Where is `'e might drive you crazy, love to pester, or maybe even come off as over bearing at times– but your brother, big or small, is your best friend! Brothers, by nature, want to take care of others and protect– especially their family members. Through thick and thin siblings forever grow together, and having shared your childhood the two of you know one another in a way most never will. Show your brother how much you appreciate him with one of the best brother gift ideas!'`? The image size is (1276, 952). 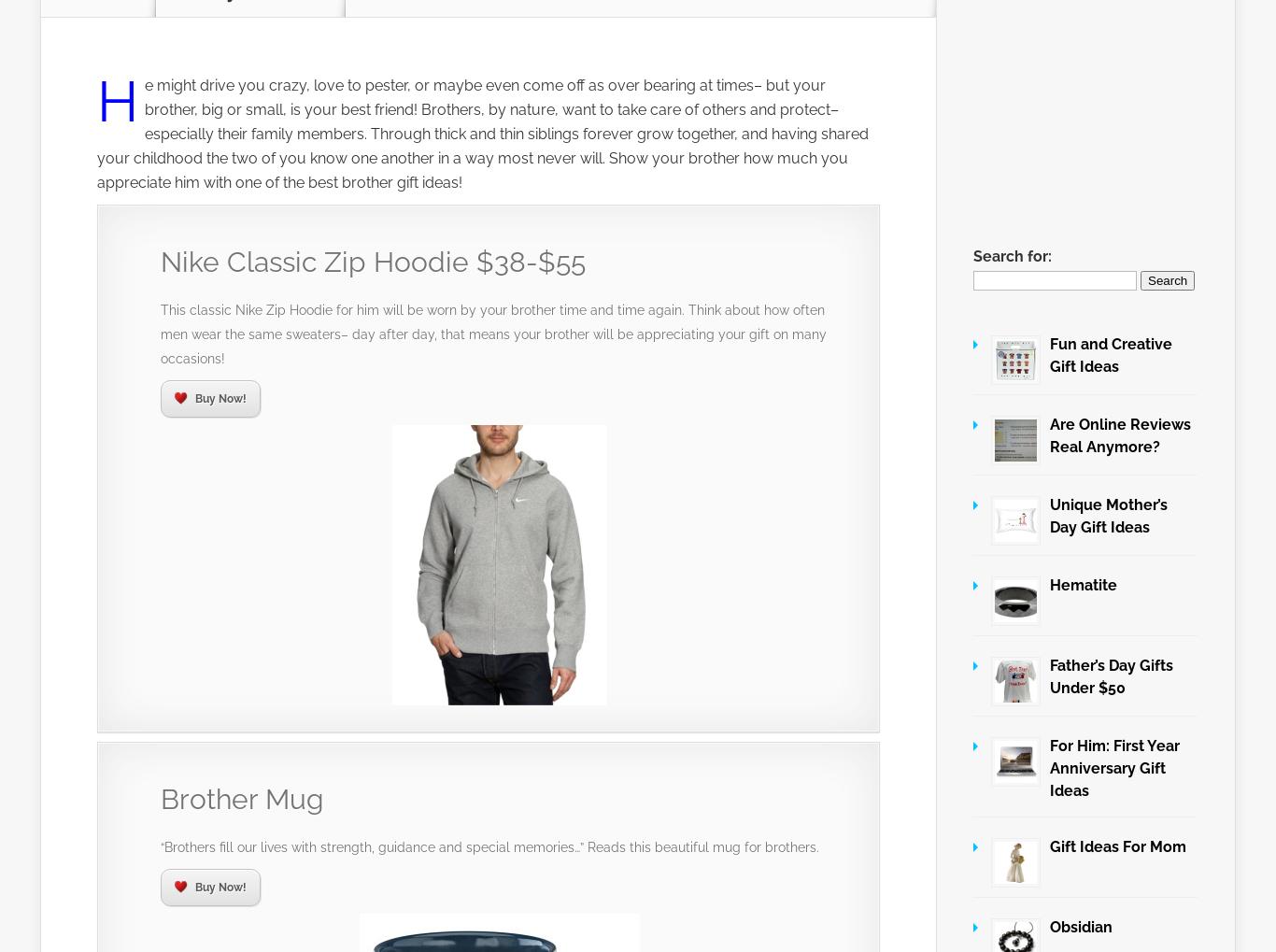 'e might drive you crazy, love to pester, or maybe even come off as over bearing at times– but your brother, big or small, is your best friend! Brothers, by nature, want to take care of others and protect– especially their family members. Through thick and thin siblings forever grow together, and having shared your childhood the two of you know one another in a way most never will. Show your brother how much you appreciate him with one of the best brother gift ideas!' is located at coordinates (483, 134).